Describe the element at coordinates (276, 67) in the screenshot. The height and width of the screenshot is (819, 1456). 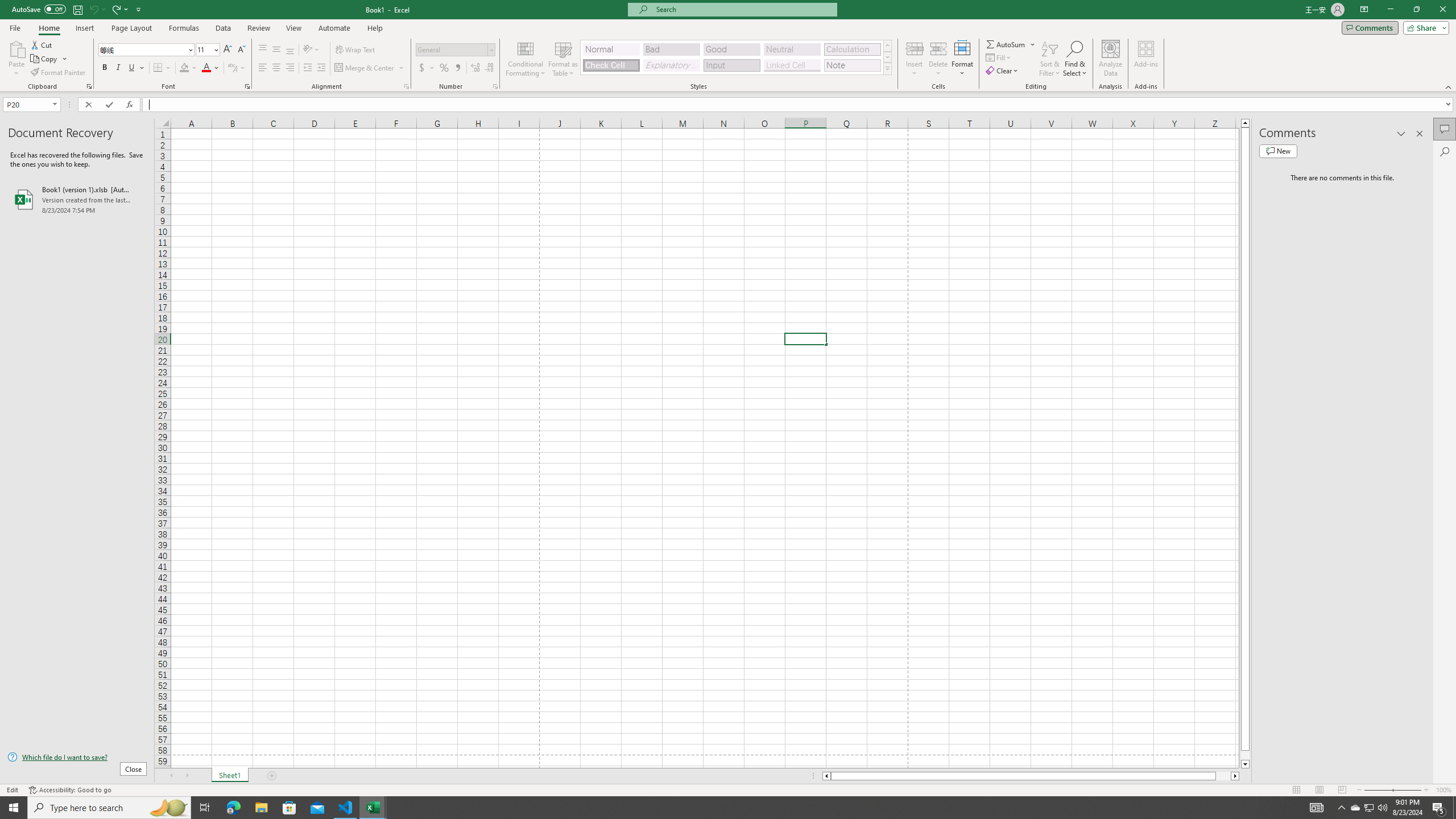
I see `'Center'` at that location.